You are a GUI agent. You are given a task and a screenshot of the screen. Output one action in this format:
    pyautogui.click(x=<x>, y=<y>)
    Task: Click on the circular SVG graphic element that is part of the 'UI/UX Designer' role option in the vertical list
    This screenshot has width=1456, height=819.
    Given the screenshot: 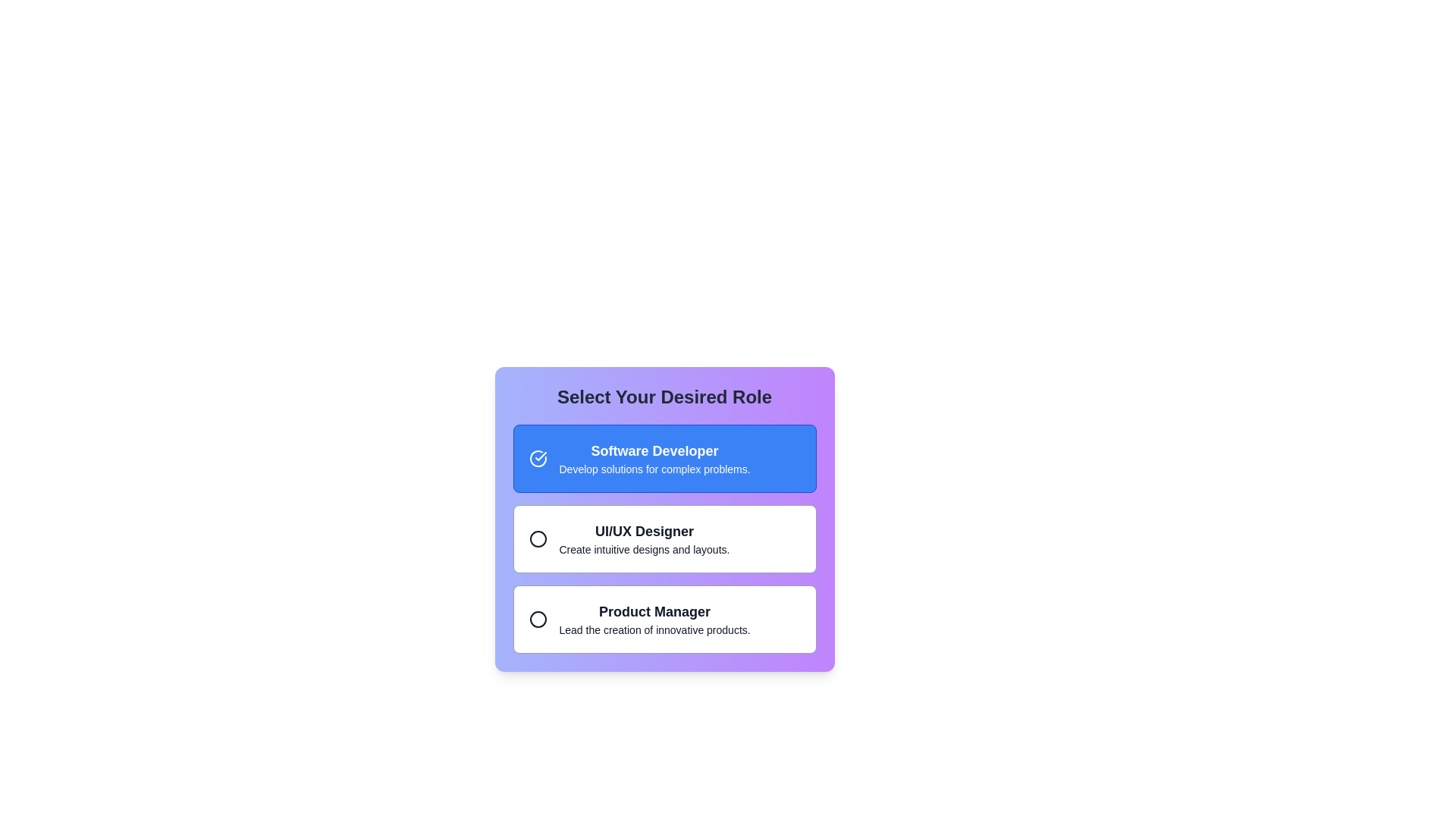 What is the action you would take?
    pyautogui.click(x=538, y=538)
    